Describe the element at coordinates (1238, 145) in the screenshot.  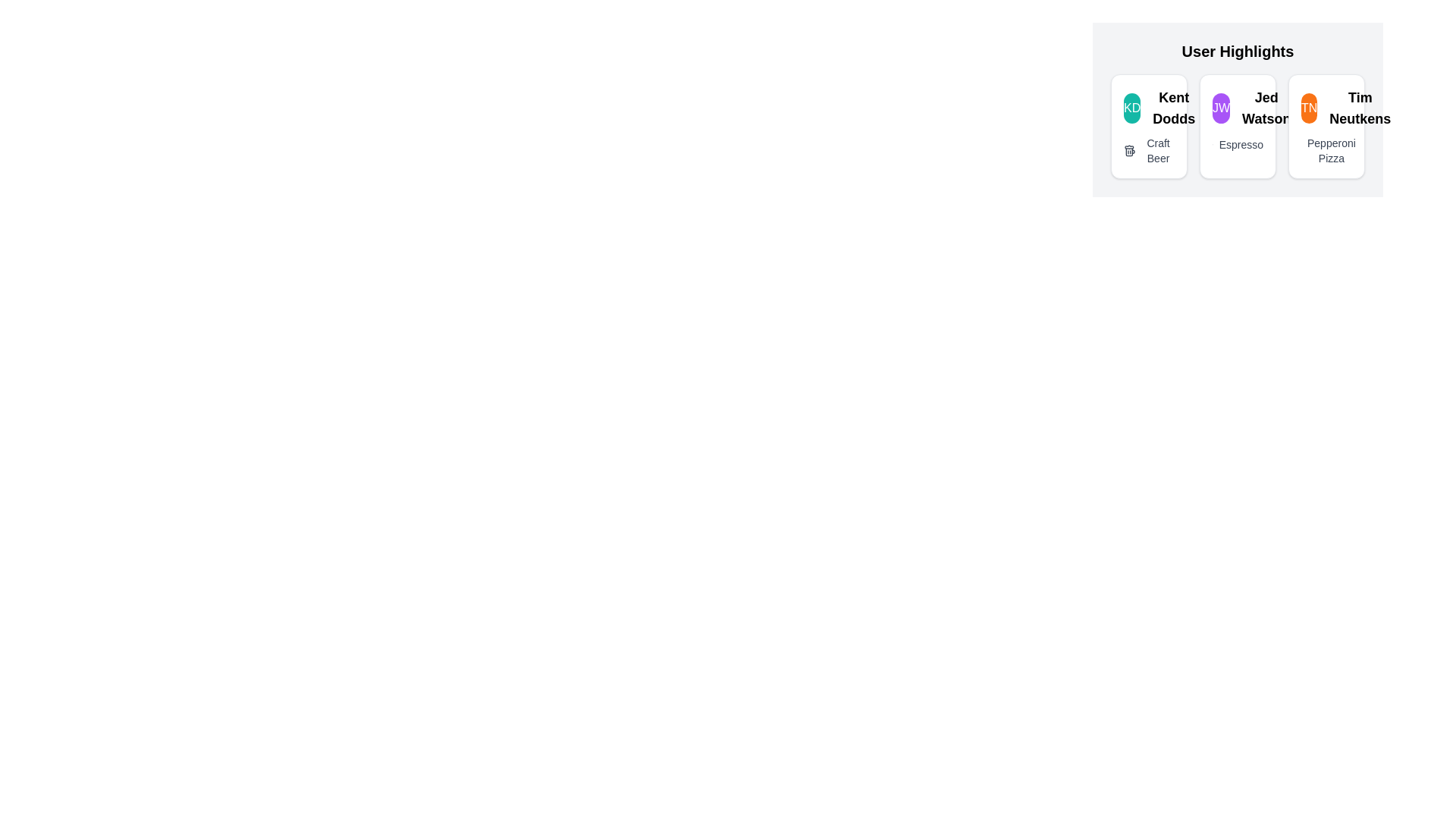
I see `the text label 'Espresso' styled in a small gray font located below the name 'Jed Watson' and adjacent to a coffee cup icon` at that location.